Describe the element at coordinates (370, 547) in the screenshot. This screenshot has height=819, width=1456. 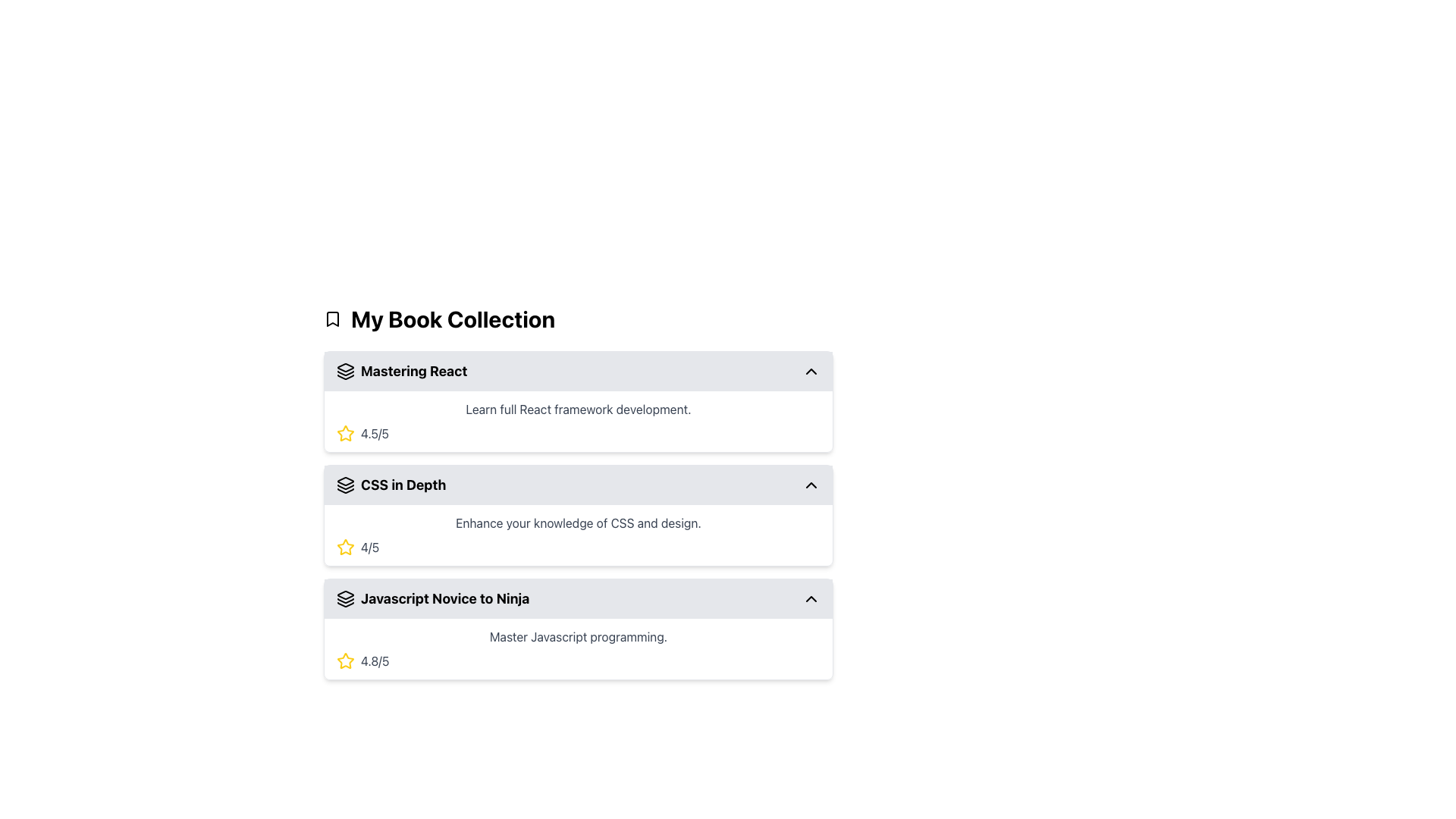
I see `the text label indicating the rating of the book 'CSS in Depth' to trigger a tooltip` at that location.